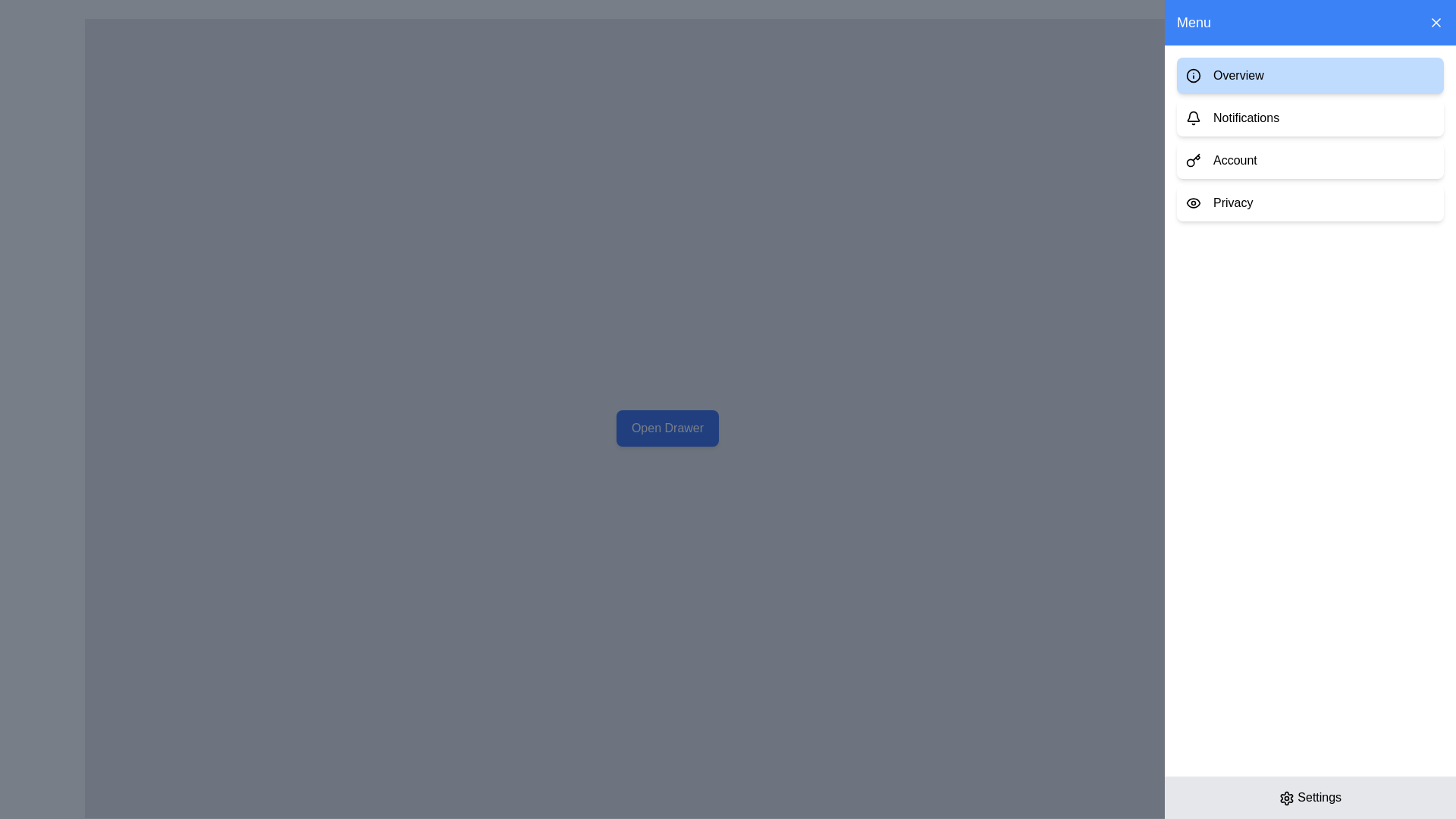 The width and height of the screenshot is (1456, 819). What do you see at coordinates (1310, 76) in the screenshot?
I see `the navigational button located under the 'Menu' section` at bounding box center [1310, 76].